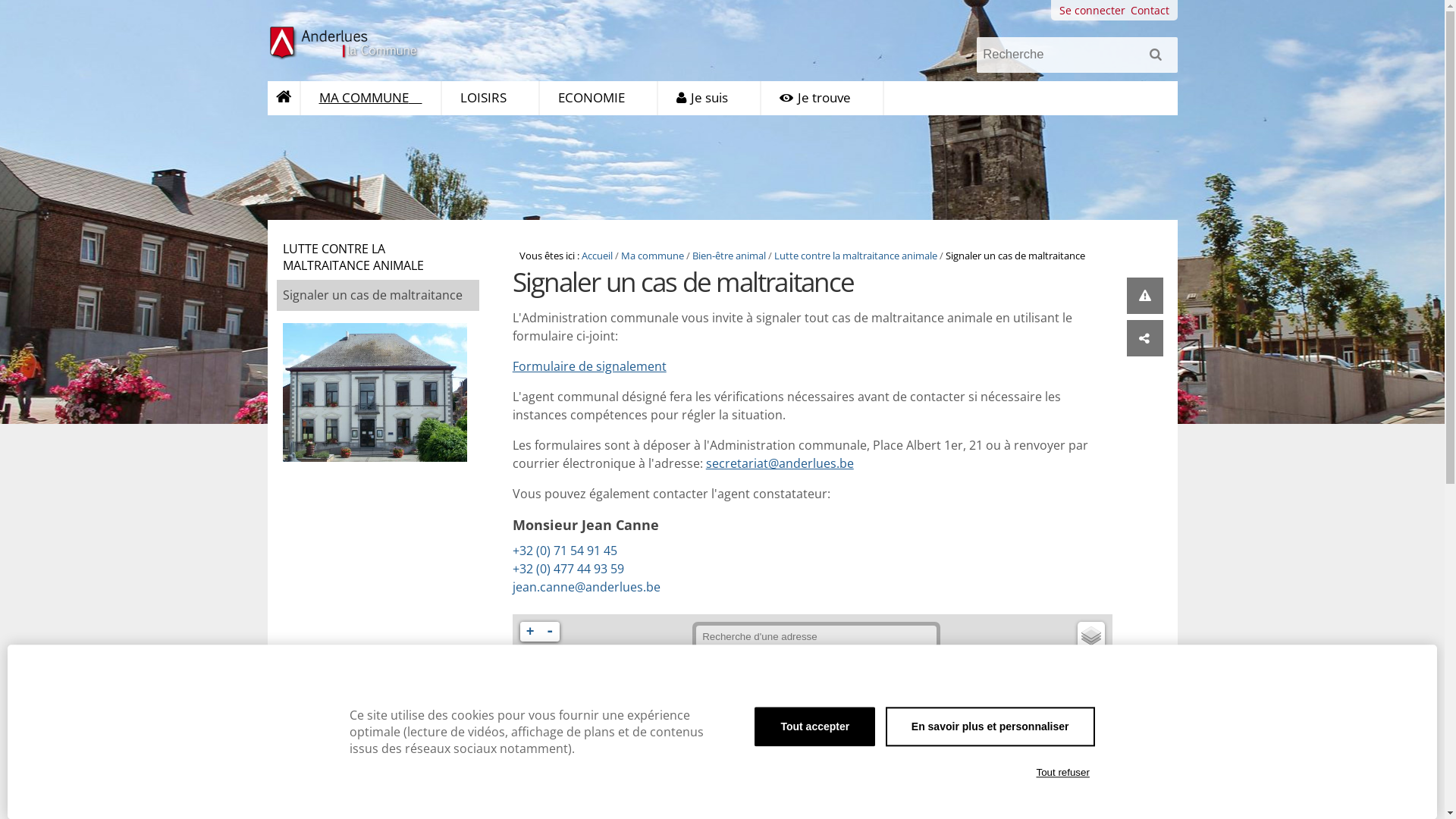 The image size is (1456, 819). Describe the element at coordinates (490, 98) in the screenshot. I see `'LOISIRS'` at that location.